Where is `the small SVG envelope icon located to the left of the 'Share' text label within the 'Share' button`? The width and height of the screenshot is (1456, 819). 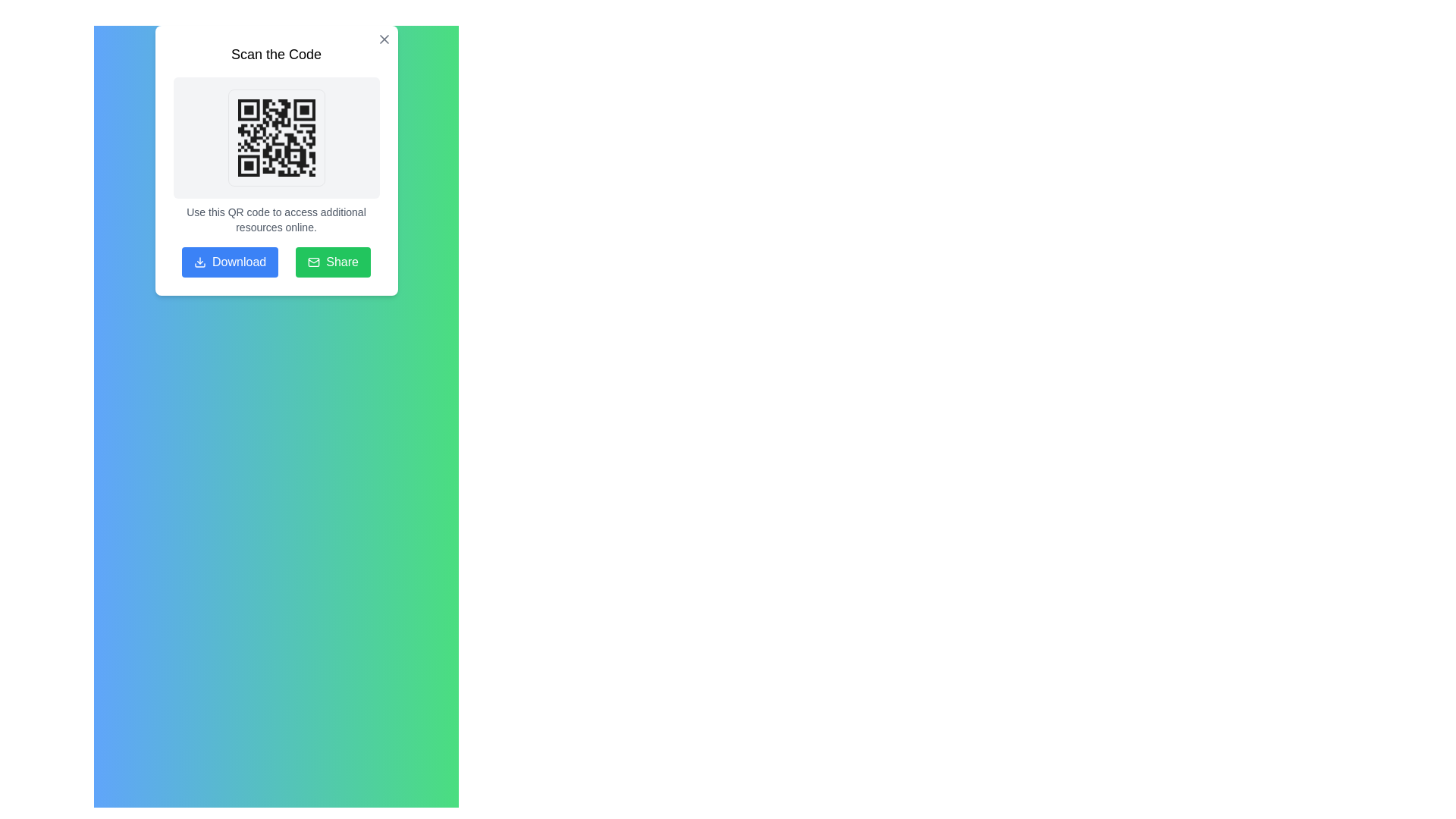
the small SVG envelope icon located to the left of the 'Share' text label within the 'Share' button is located at coordinates (313, 262).